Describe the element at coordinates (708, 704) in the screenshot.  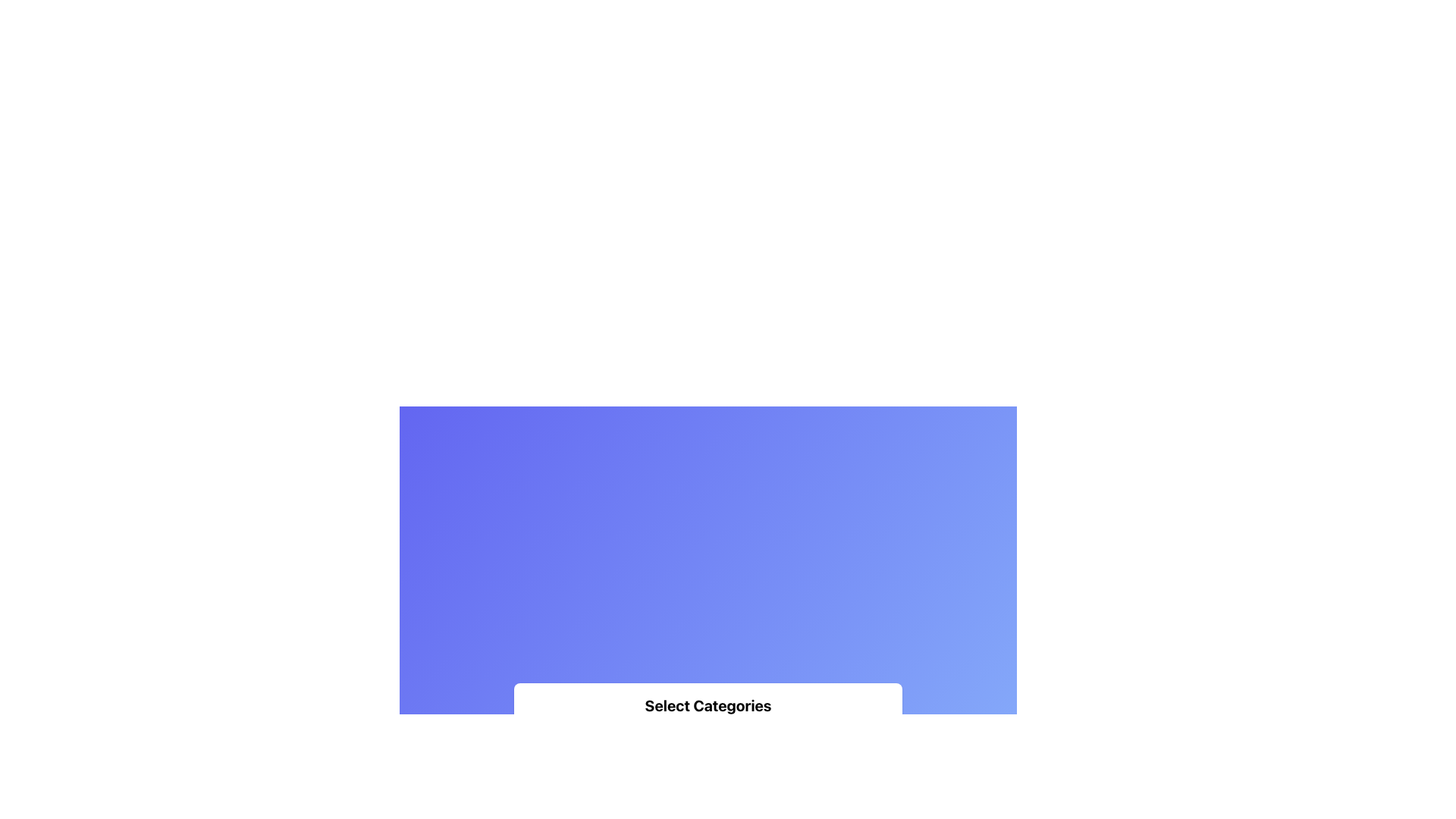
I see `the static text header that indicates the purpose of the section, located centrally near the bottom of the interface` at that location.